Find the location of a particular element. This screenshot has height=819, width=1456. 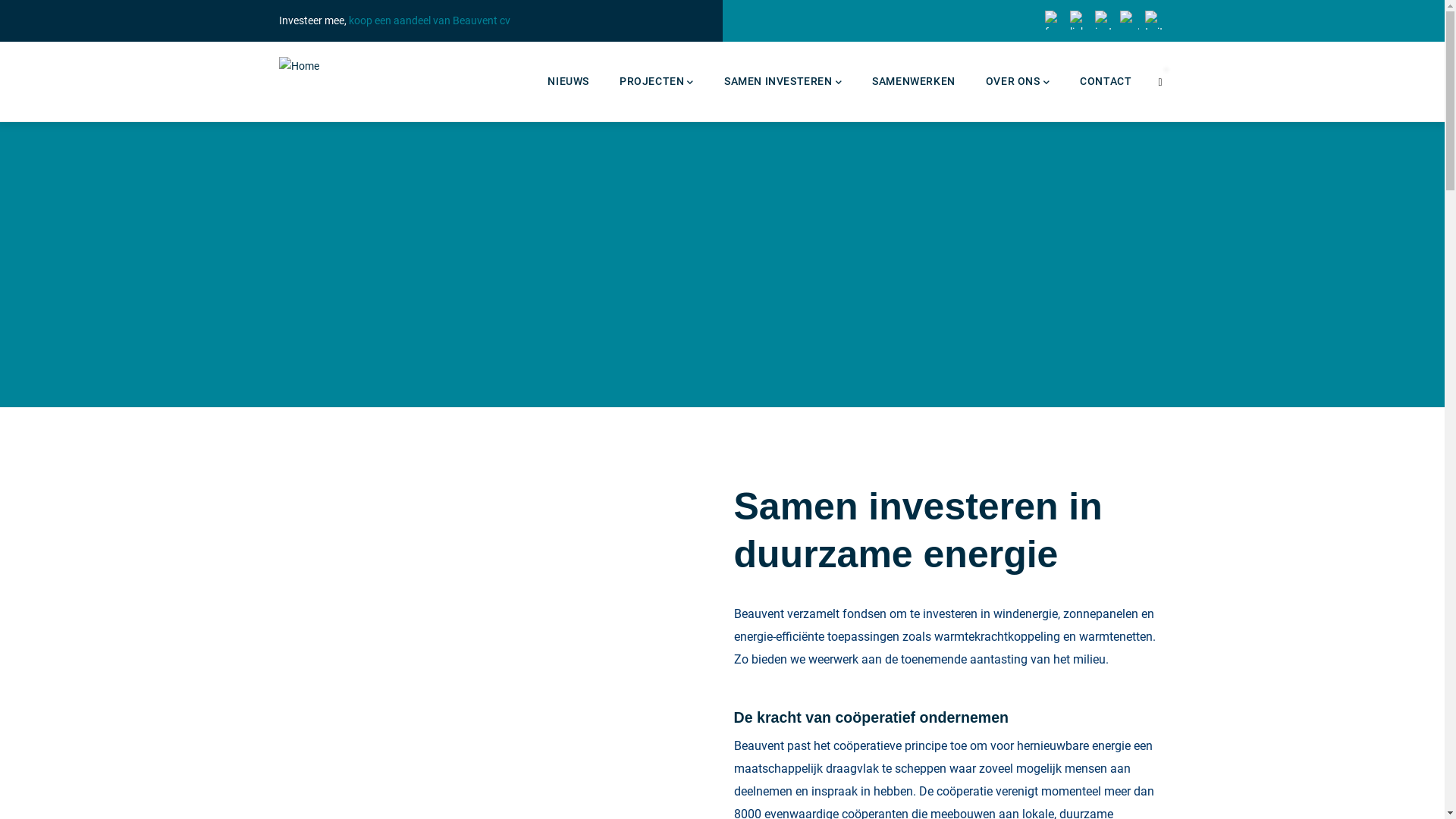

'OVER ONS' is located at coordinates (971, 81).